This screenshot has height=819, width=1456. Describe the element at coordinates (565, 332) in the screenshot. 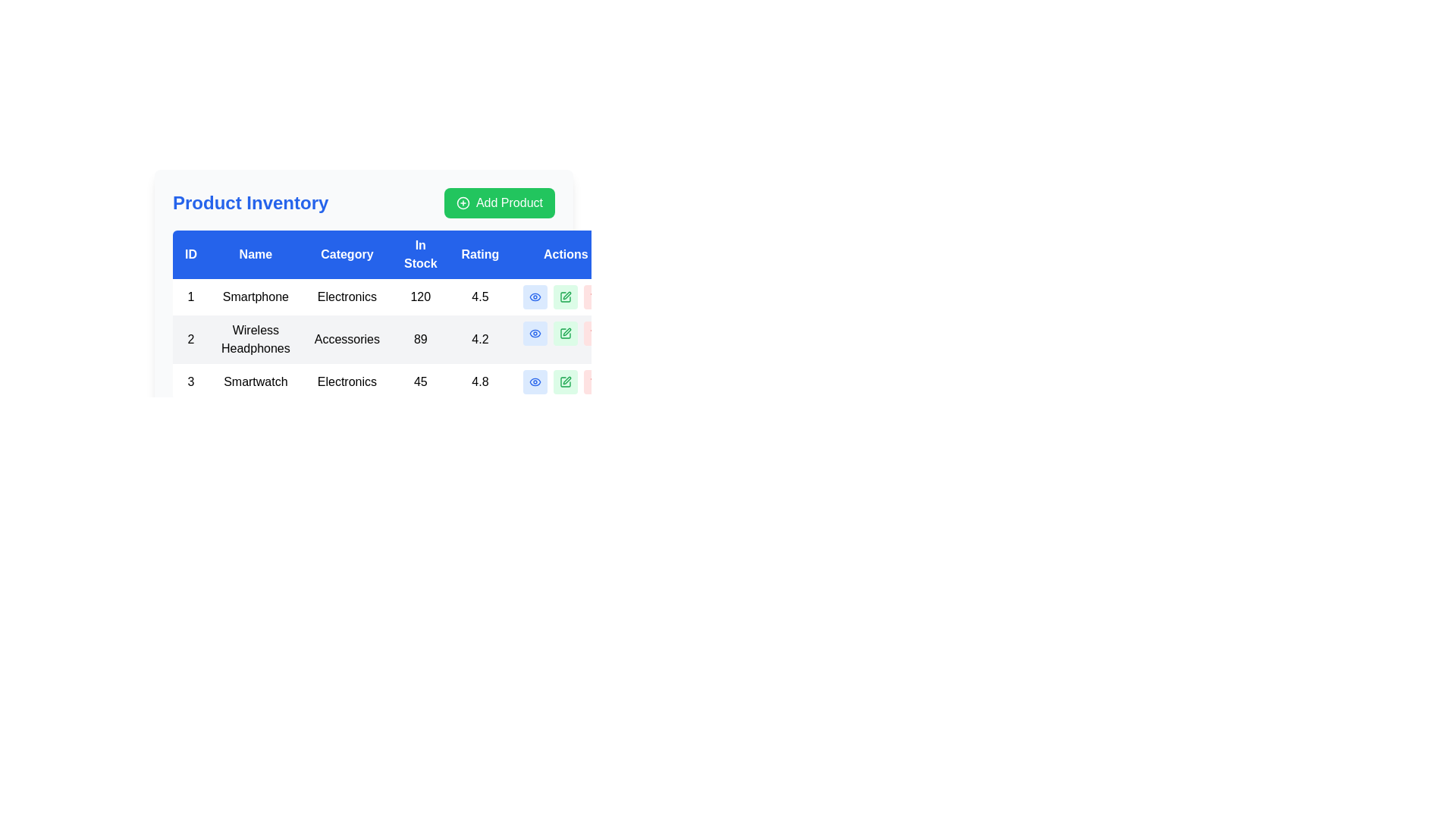

I see `the rounded rectangular green button with a pencil icon in the 'Actions' column for 'Wireless Headphones'` at that location.